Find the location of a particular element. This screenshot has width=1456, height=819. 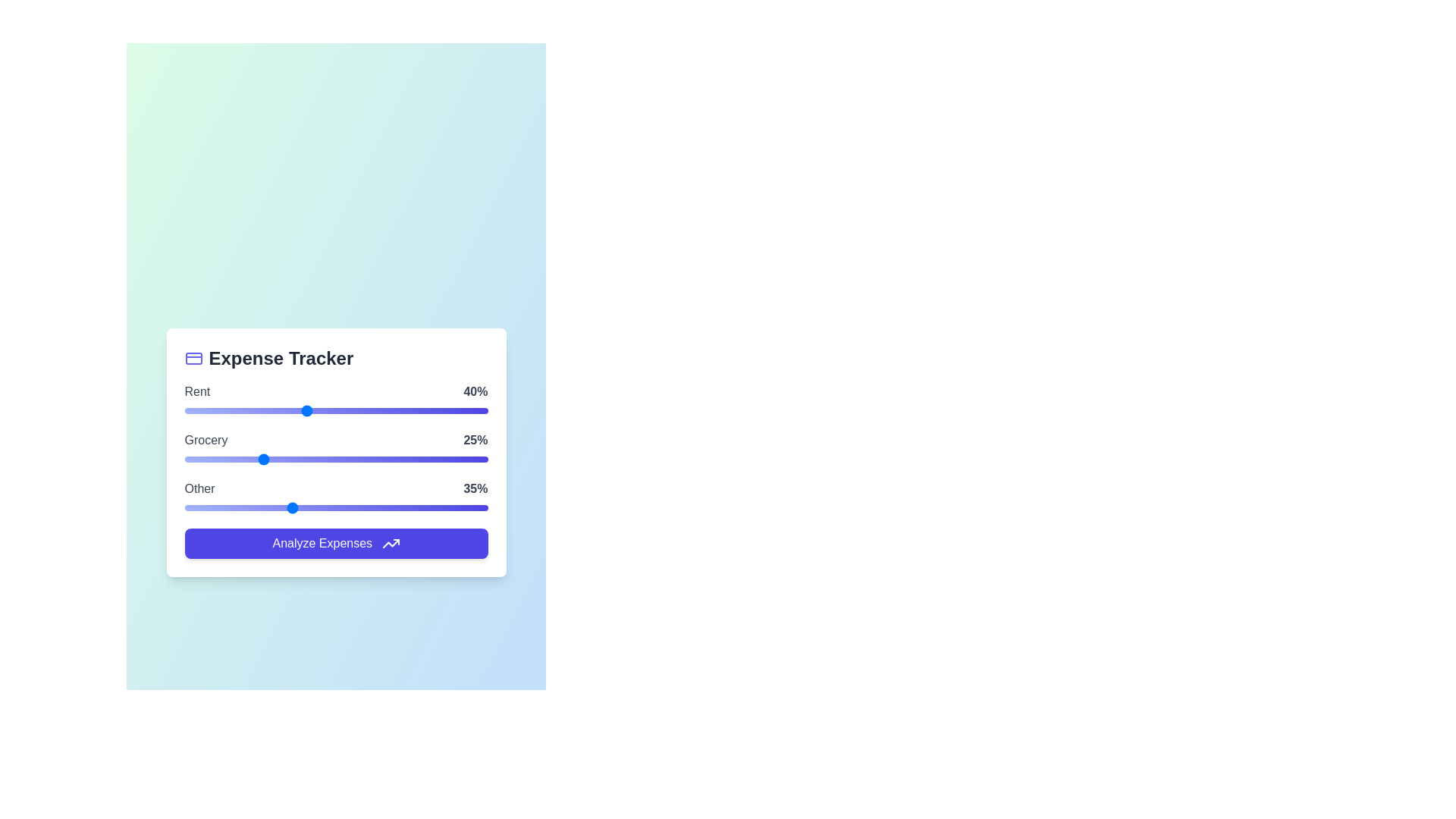

the 'Rent' slider to 46% is located at coordinates (323, 410).